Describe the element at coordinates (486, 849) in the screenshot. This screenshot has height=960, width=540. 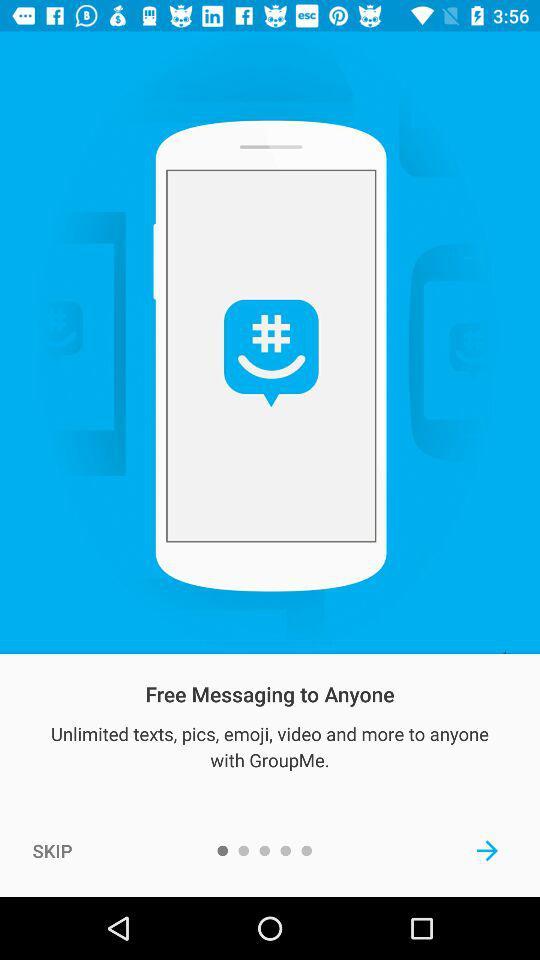
I see `next` at that location.